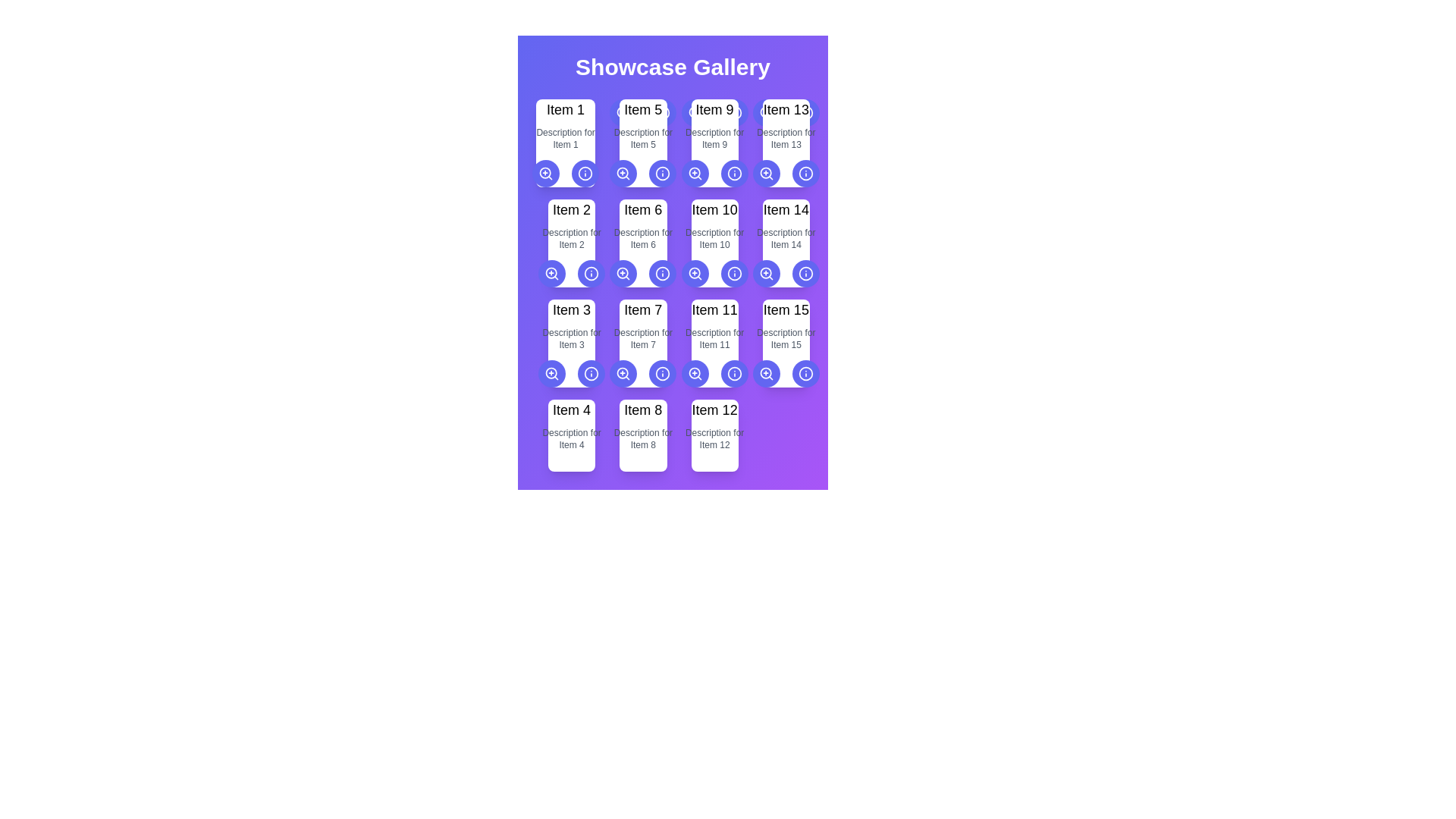  What do you see at coordinates (571, 435) in the screenshot?
I see `the Informational card displaying 'Item 4' with a light-colored background, located in the fourth row and first column of the 'Showcase Gallery', which contains a title in bold and a description in gray` at bounding box center [571, 435].